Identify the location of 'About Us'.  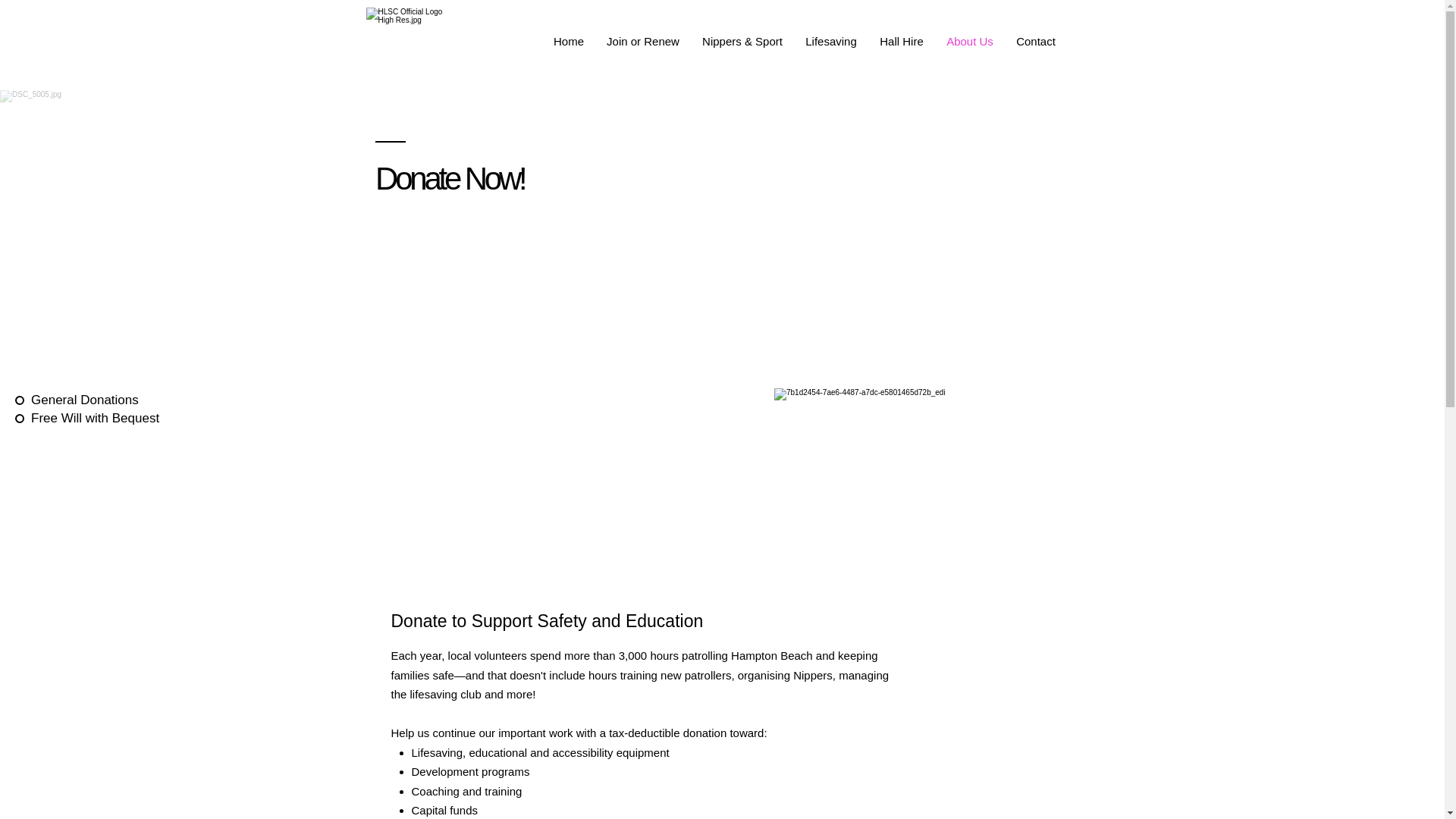
(968, 40).